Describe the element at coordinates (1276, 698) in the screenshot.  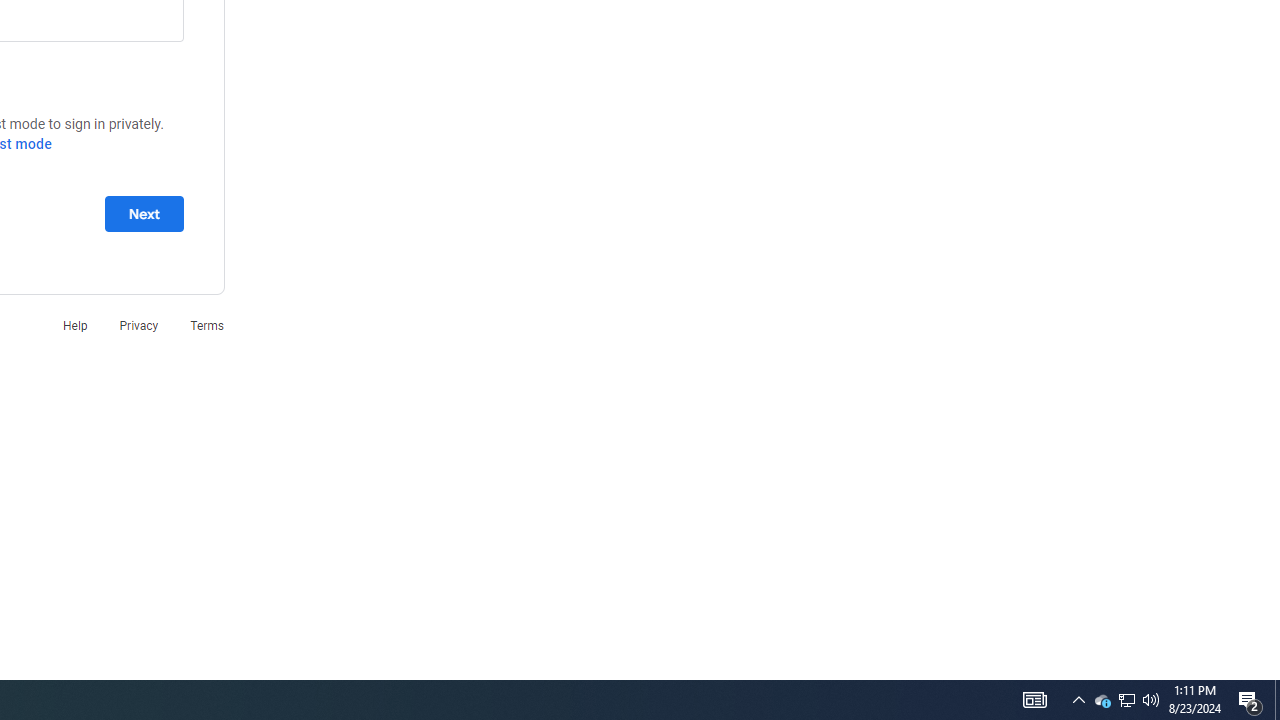
I see `'Show desktop'` at that location.